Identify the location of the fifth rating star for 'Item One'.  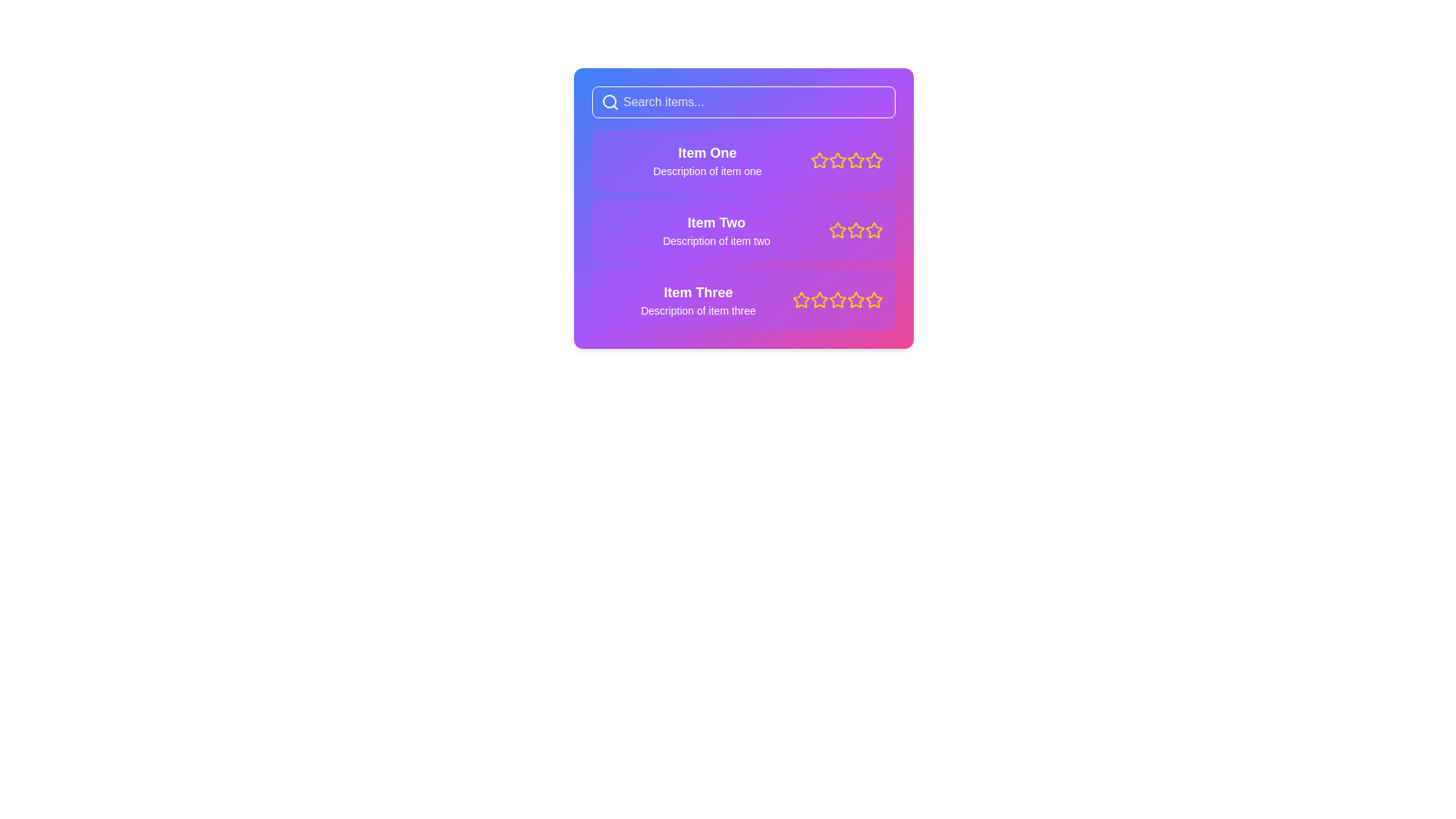
(874, 161).